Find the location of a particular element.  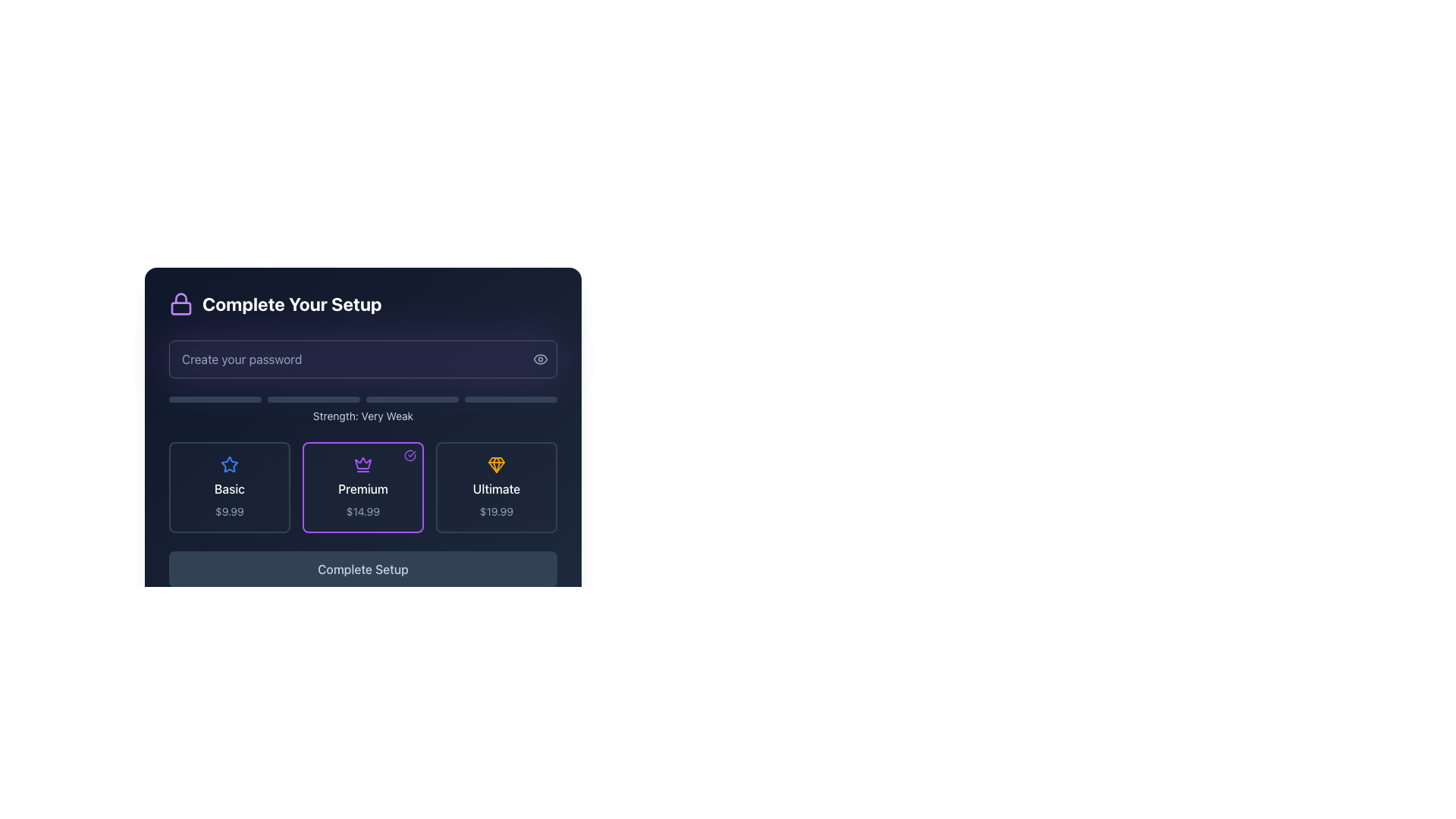

the 'Ultimate' subscription plan button, which is the rightmost option in the subscription grid priced at $19.99 is located at coordinates (496, 488).